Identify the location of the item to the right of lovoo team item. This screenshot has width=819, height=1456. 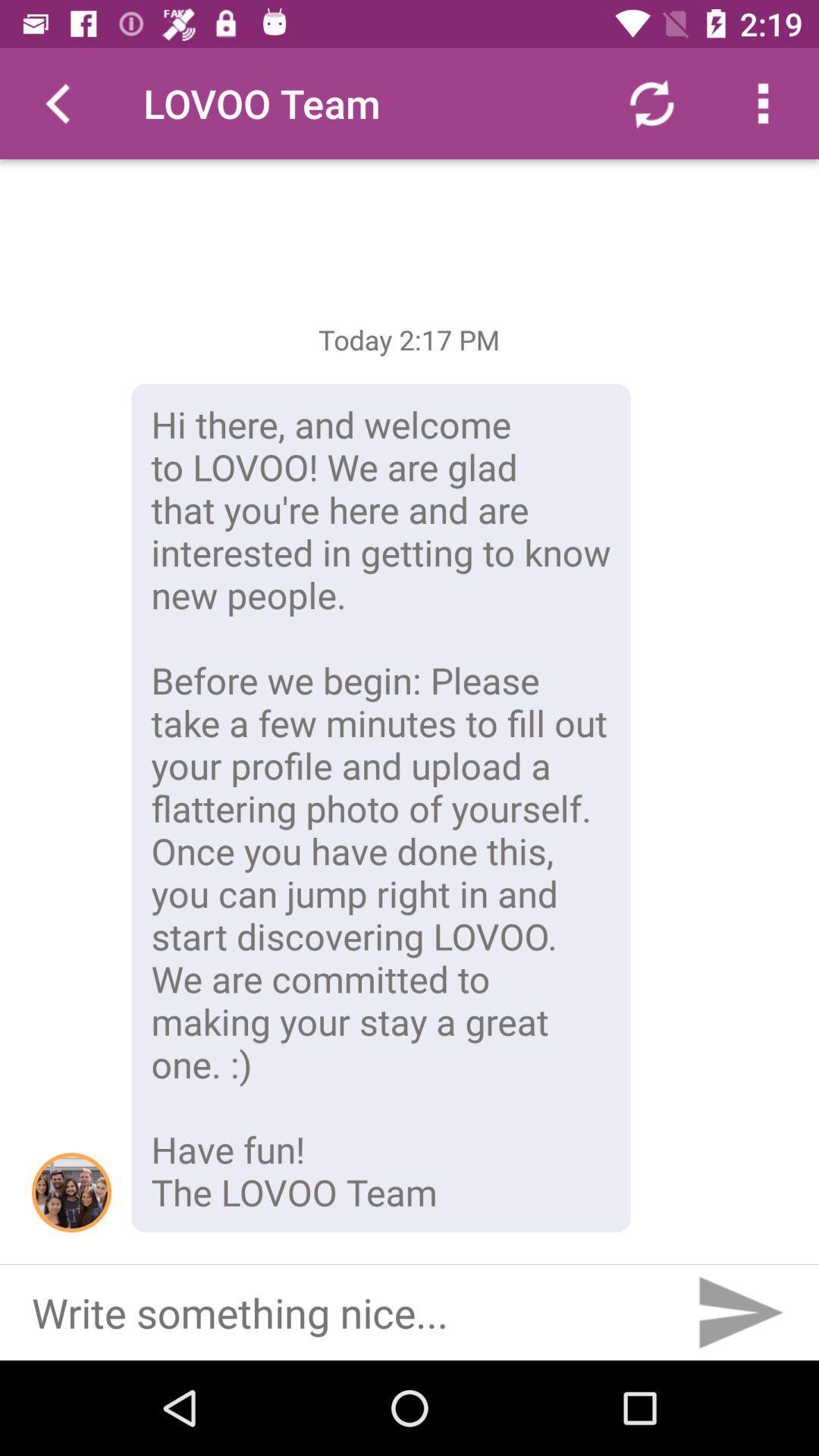
(651, 102).